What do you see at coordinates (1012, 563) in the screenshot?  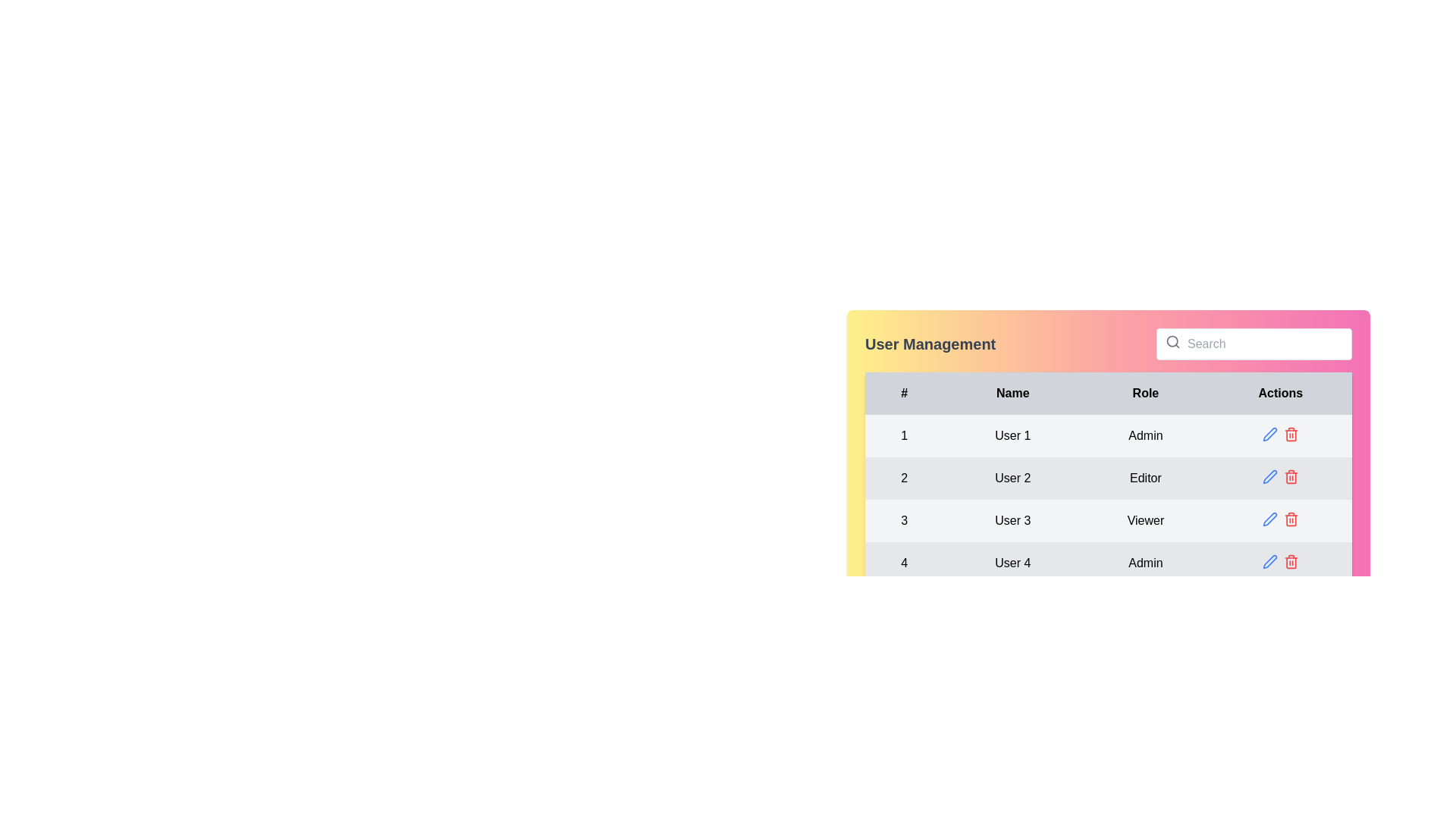 I see `the static text element displaying the name 'User 4' in the fourth row of the user management table` at bounding box center [1012, 563].